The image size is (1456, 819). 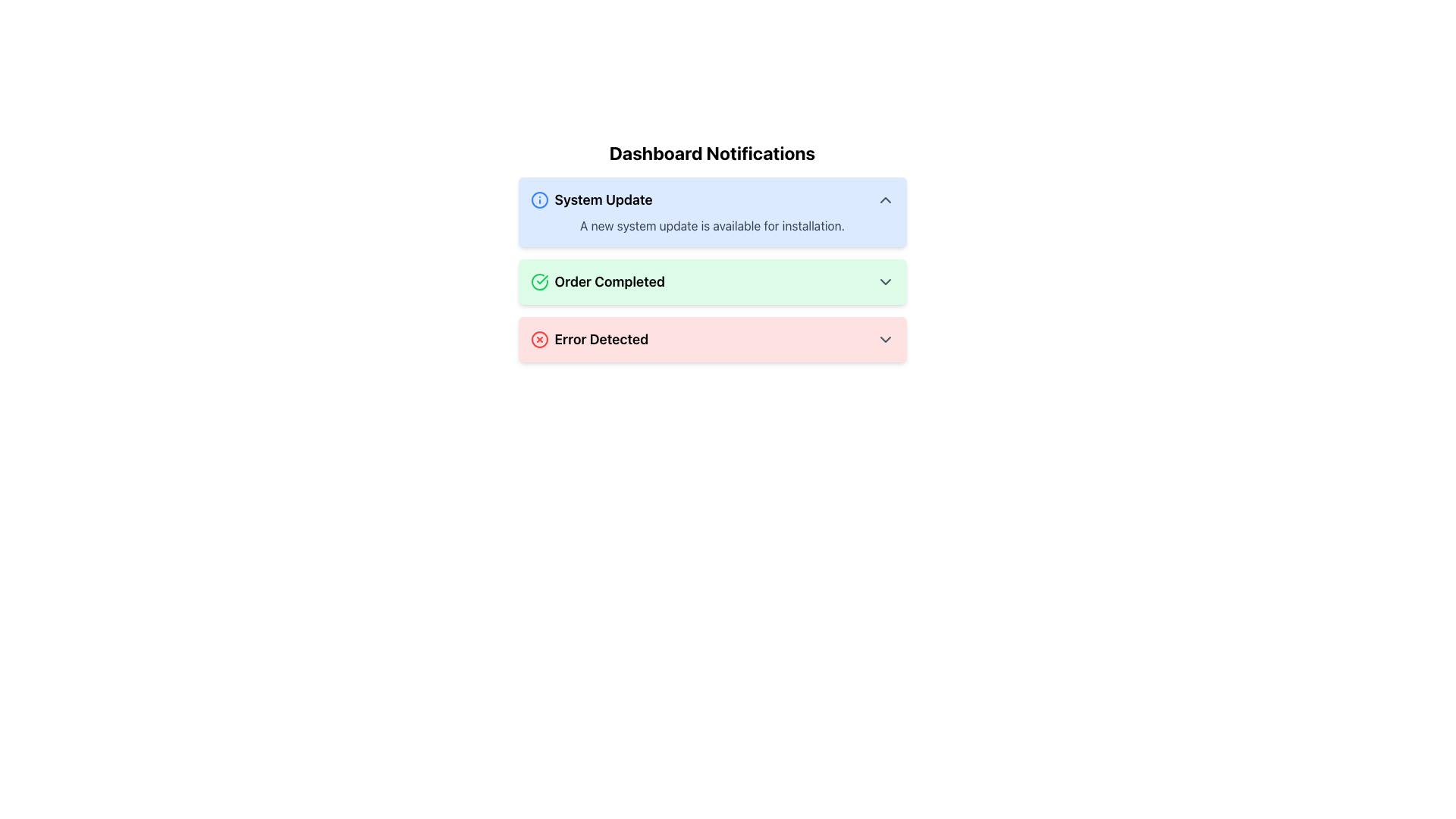 What do you see at coordinates (601, 338) in the screenshot?
I see `text displaying 'Error Detected' which is bold and rendered in black on a pink background, located on the third notification card in the list` at bounding box center [601, 338].